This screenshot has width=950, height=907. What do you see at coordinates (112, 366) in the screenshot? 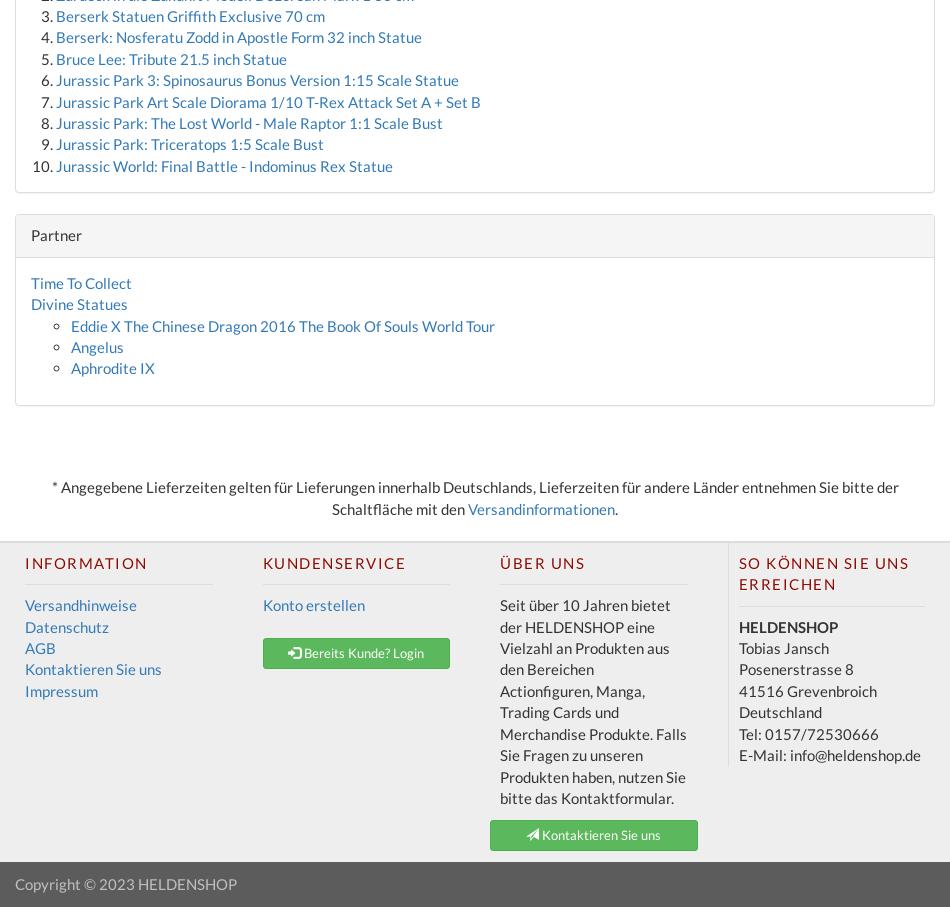
I see `'Aphrodite IX'` at bounding box center [112, 366].